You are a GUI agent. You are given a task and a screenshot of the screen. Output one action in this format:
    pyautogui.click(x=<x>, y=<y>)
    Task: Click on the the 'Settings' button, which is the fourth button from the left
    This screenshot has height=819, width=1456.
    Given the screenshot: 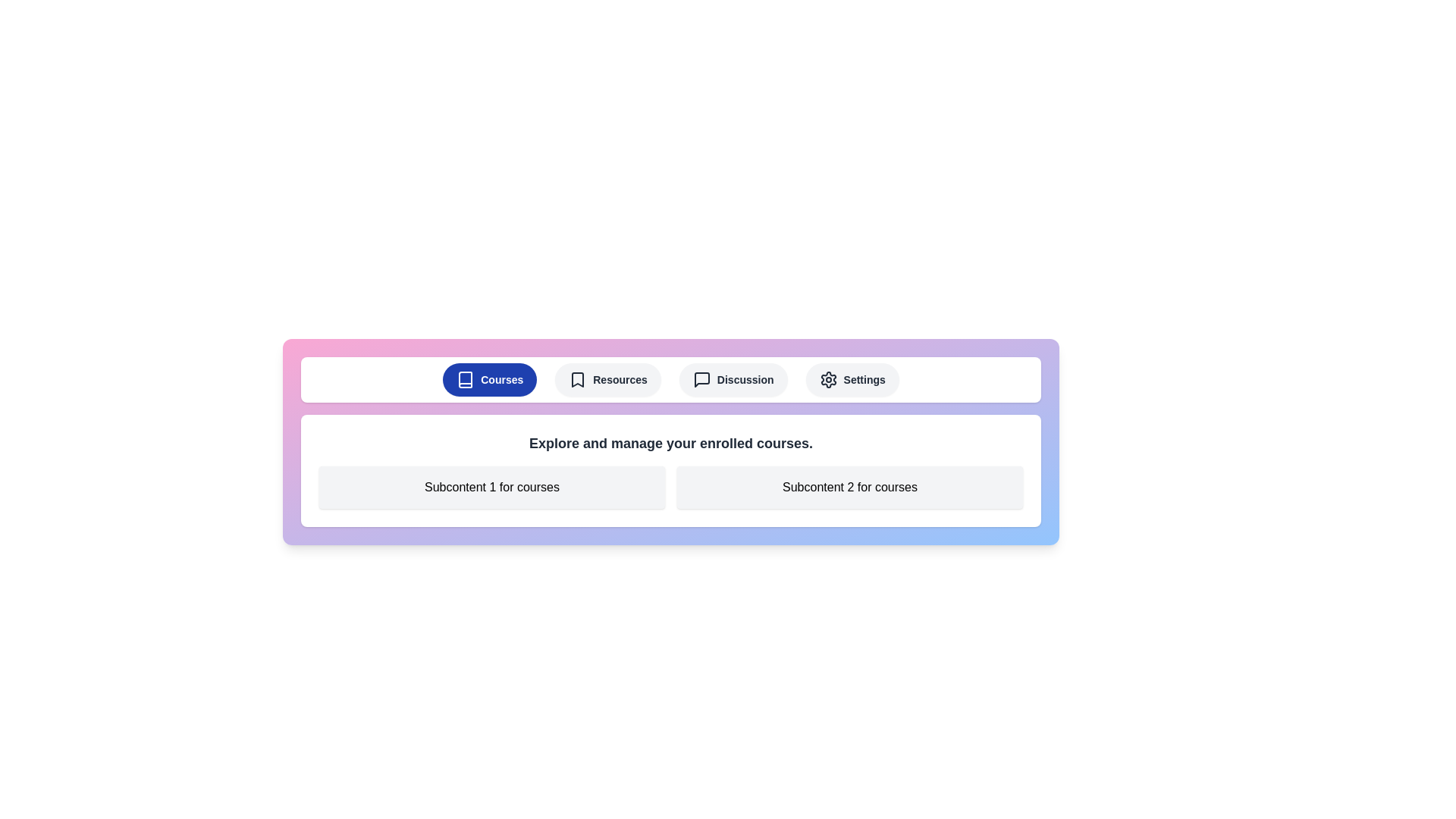 What is the action you would take?
    pyautogui.click(x=852, y=379)
    